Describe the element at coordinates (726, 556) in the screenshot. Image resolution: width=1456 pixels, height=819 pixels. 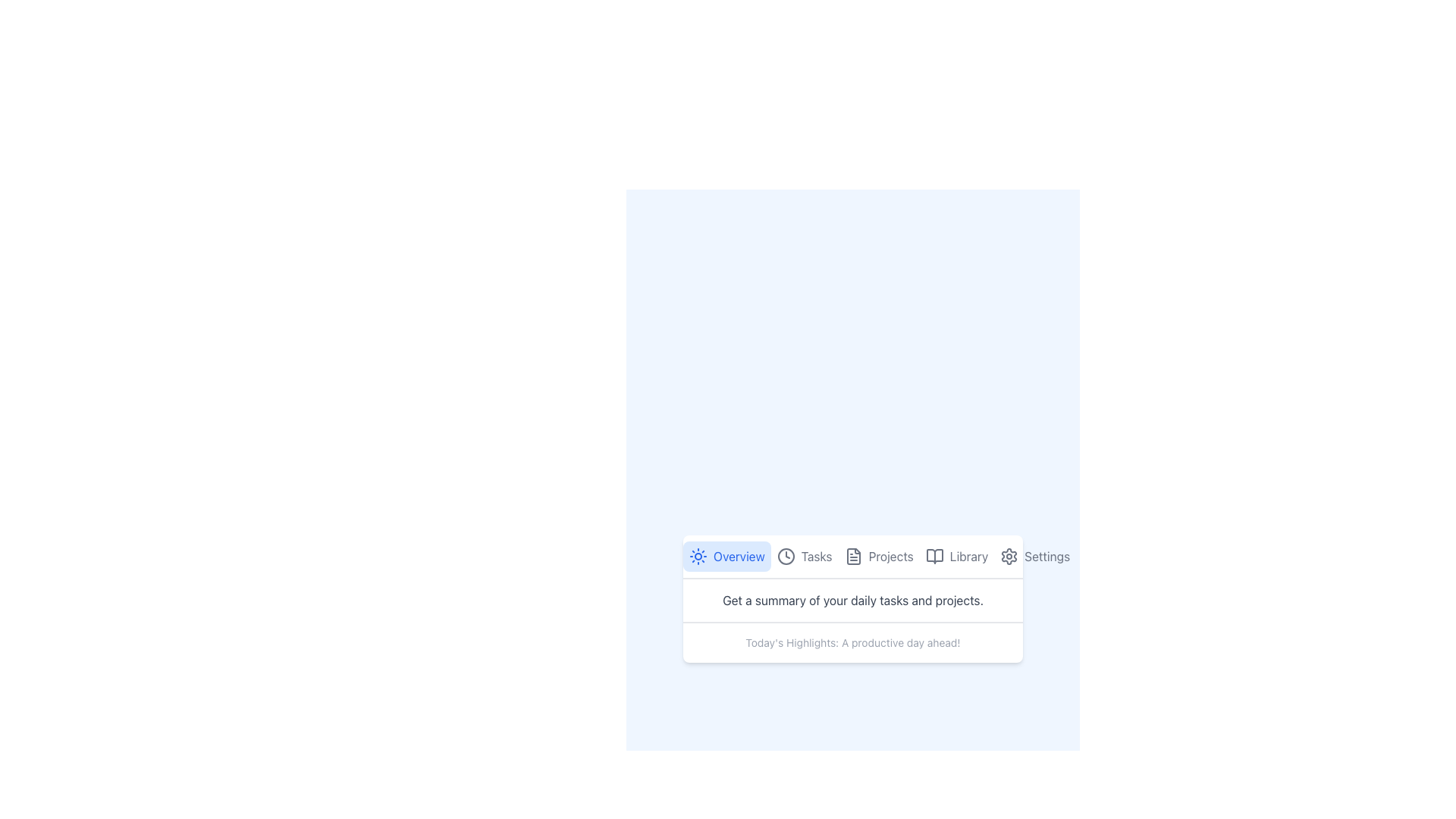
I see `the 'Overview' button, which is a light blue button with blue text and a sun icon, located on the far-left of a horizontal row of buttons` at that location.